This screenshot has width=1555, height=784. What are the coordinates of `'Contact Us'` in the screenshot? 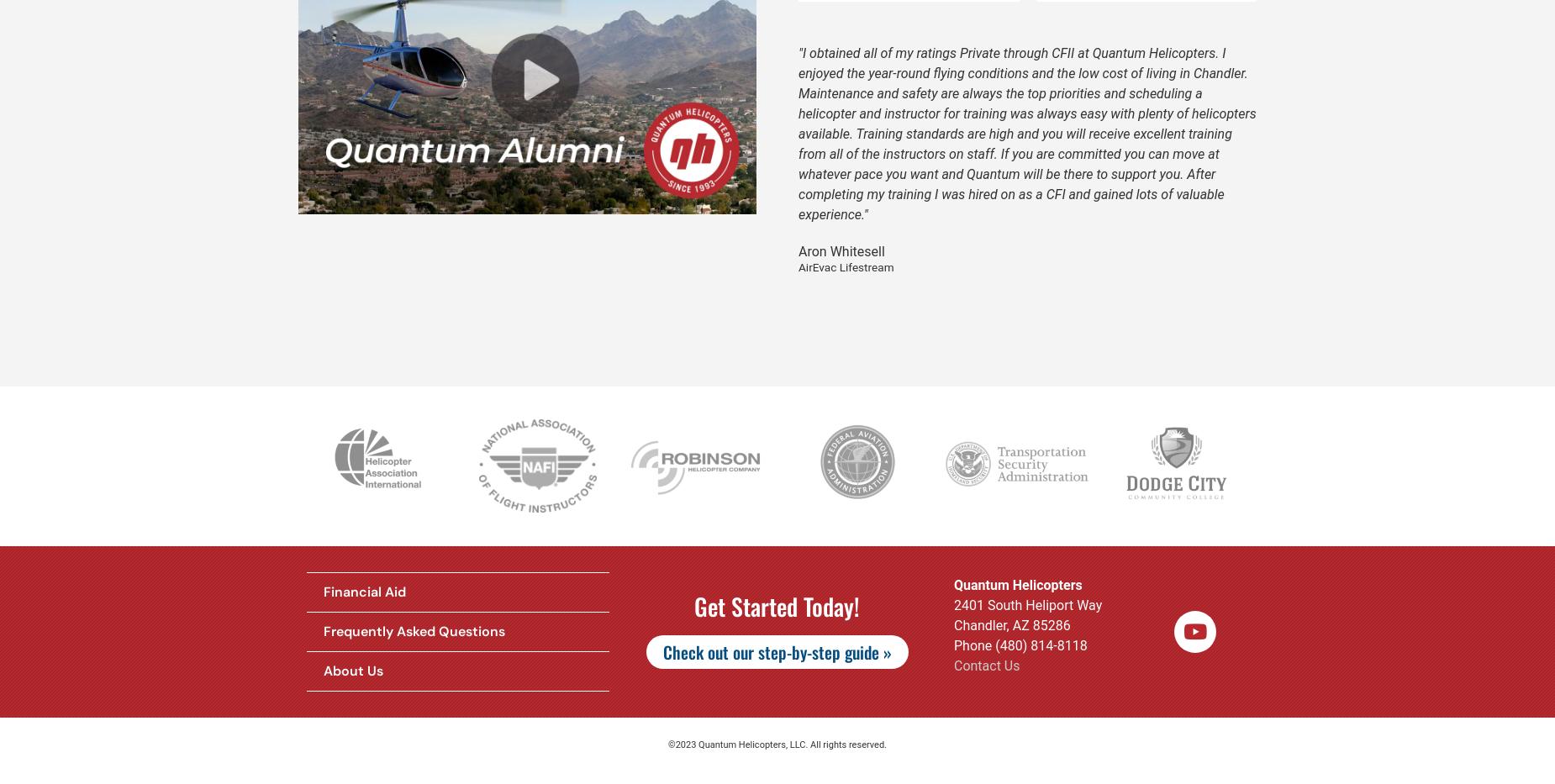 It's located at (985, 665).